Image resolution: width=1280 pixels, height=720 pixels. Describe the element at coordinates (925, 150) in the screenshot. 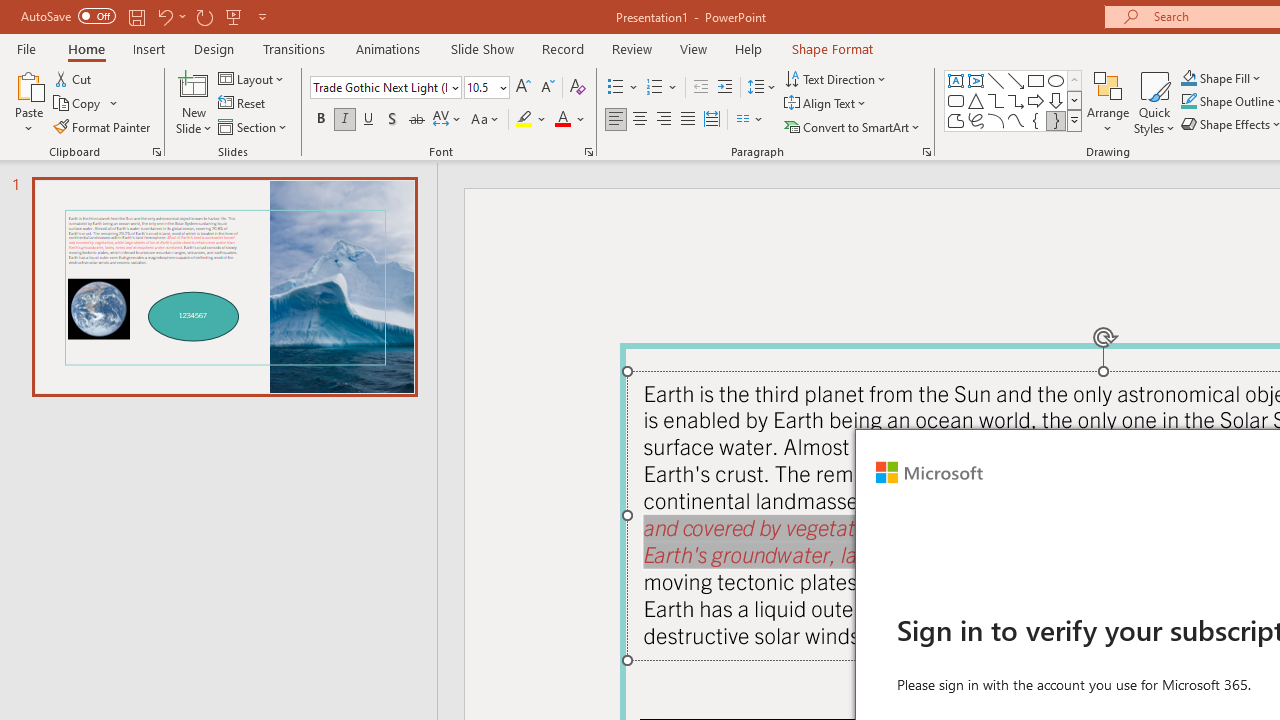

I see `'Paragraph...'` at that location.